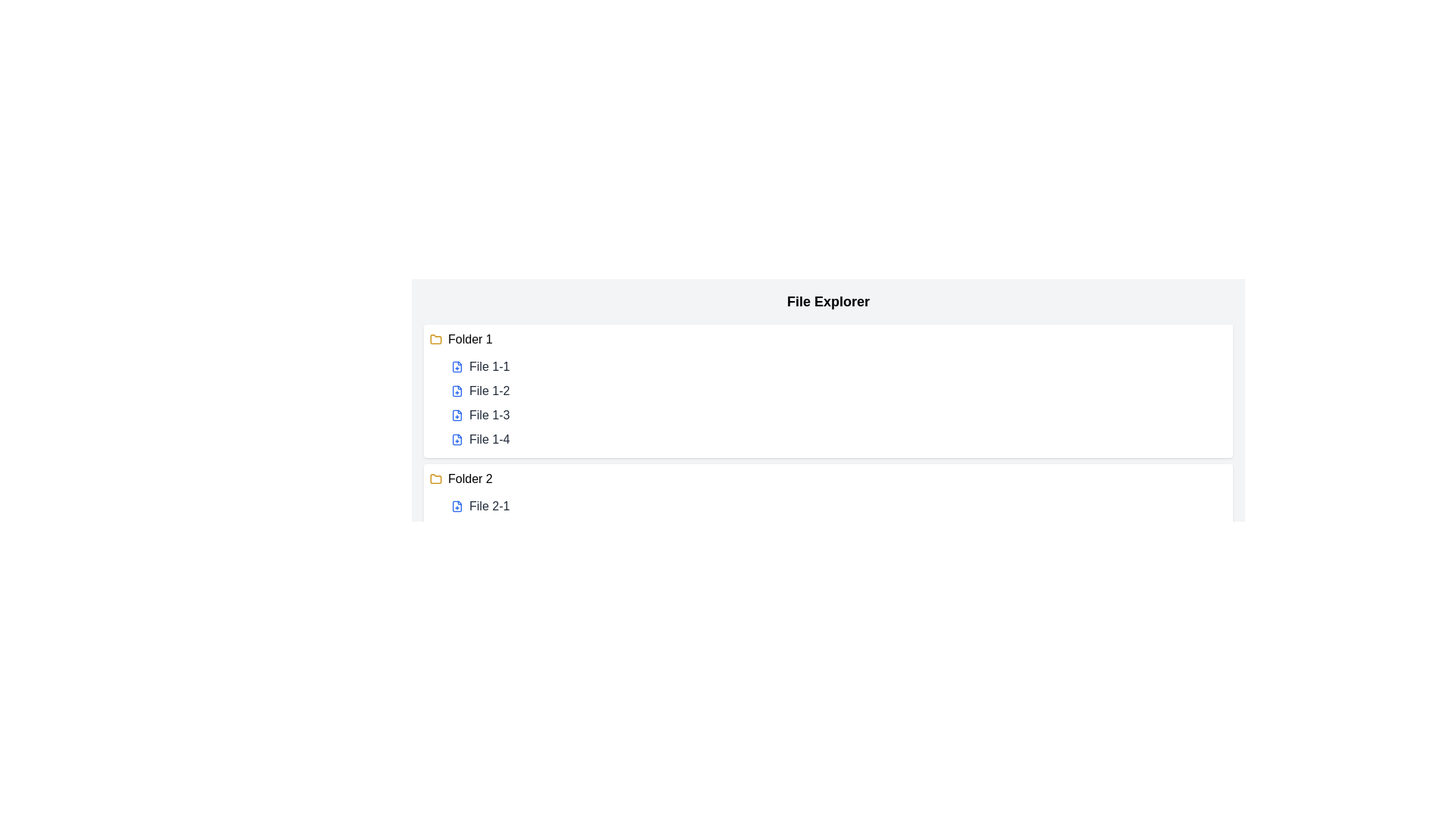 Image resolution: width=1456 pixels, height=819 pixels. I want to click on the SVG Icon, so click(457, 506).